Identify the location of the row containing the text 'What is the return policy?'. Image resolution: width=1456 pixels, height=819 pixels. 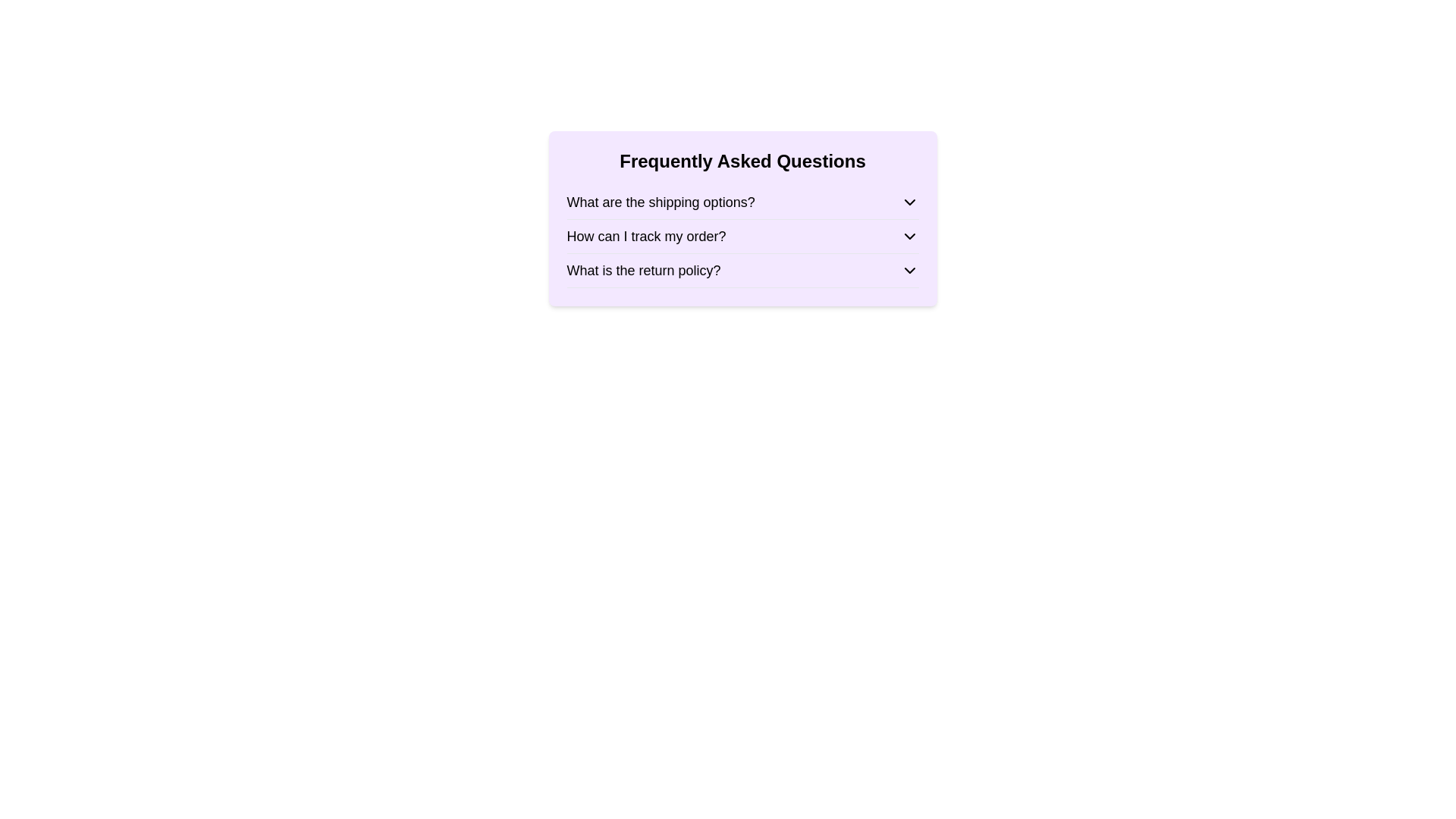
(644, 270).